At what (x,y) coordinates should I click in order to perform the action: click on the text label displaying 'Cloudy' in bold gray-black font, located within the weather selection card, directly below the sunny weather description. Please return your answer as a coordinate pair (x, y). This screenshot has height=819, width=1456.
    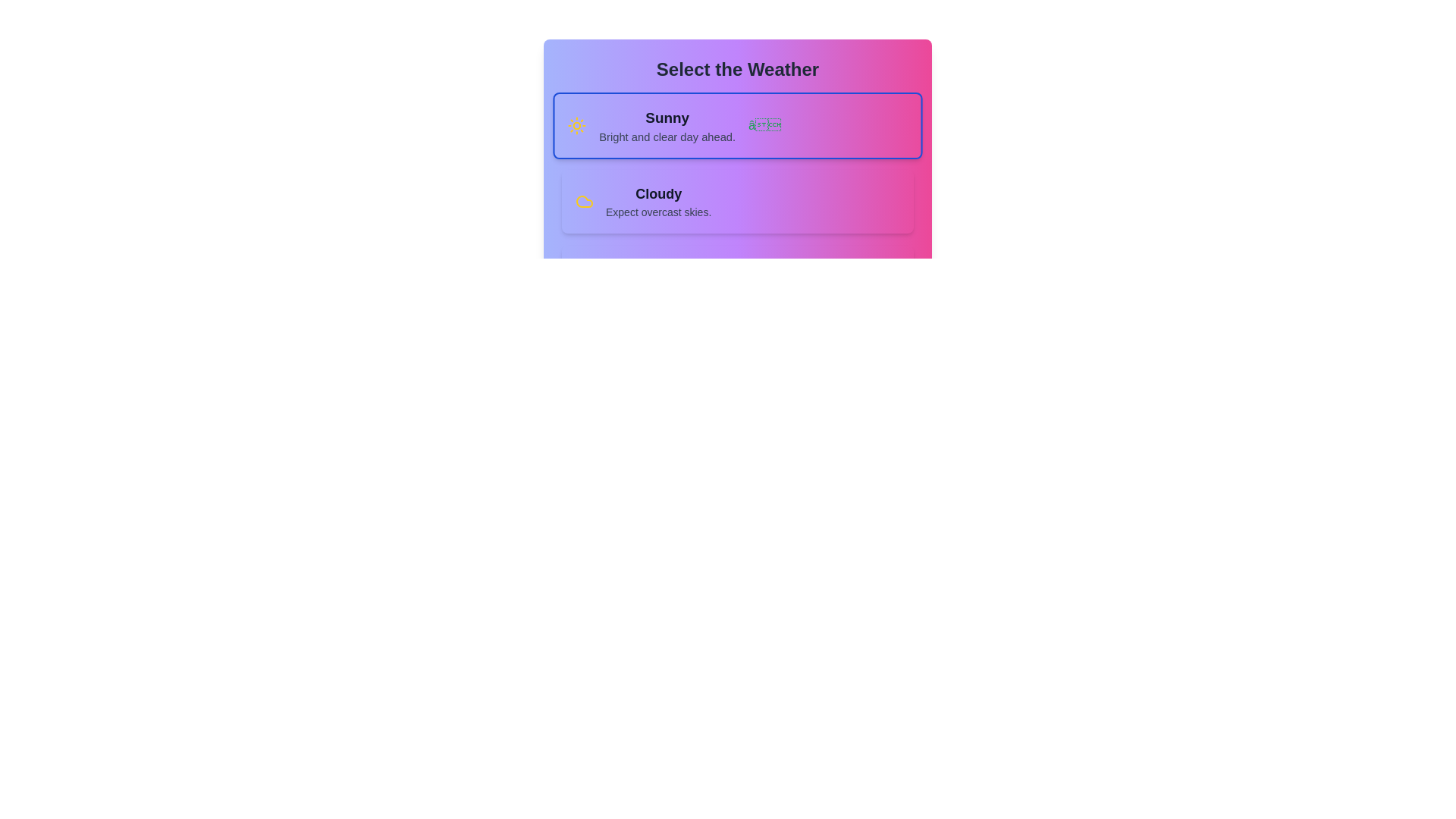
    Looking at the image, I should click on (658, 193).